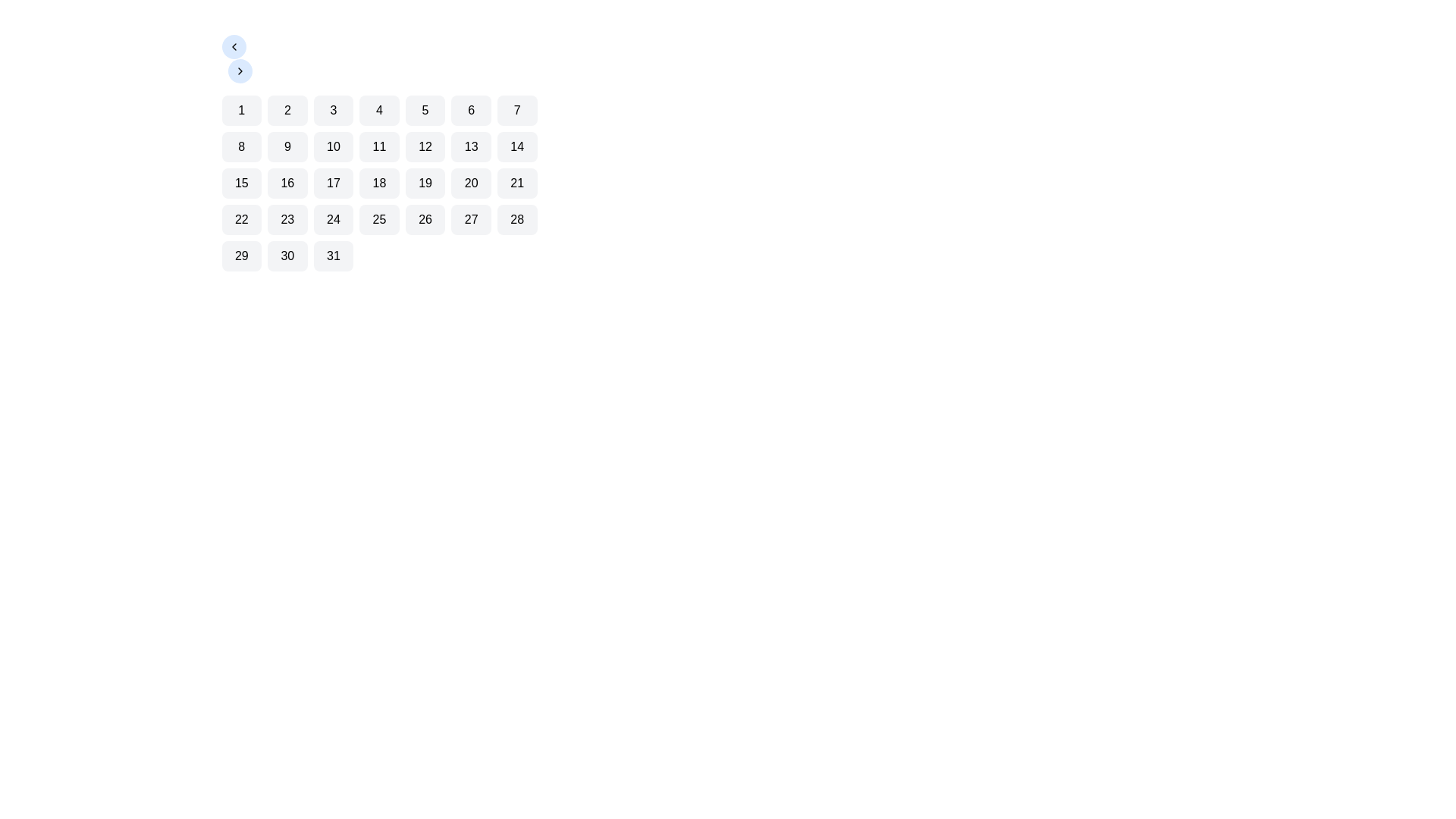  I want to click on the tile displaying the number '12' in bold, black font, located in the second row and fifth column of the grid, so click(425, 146).